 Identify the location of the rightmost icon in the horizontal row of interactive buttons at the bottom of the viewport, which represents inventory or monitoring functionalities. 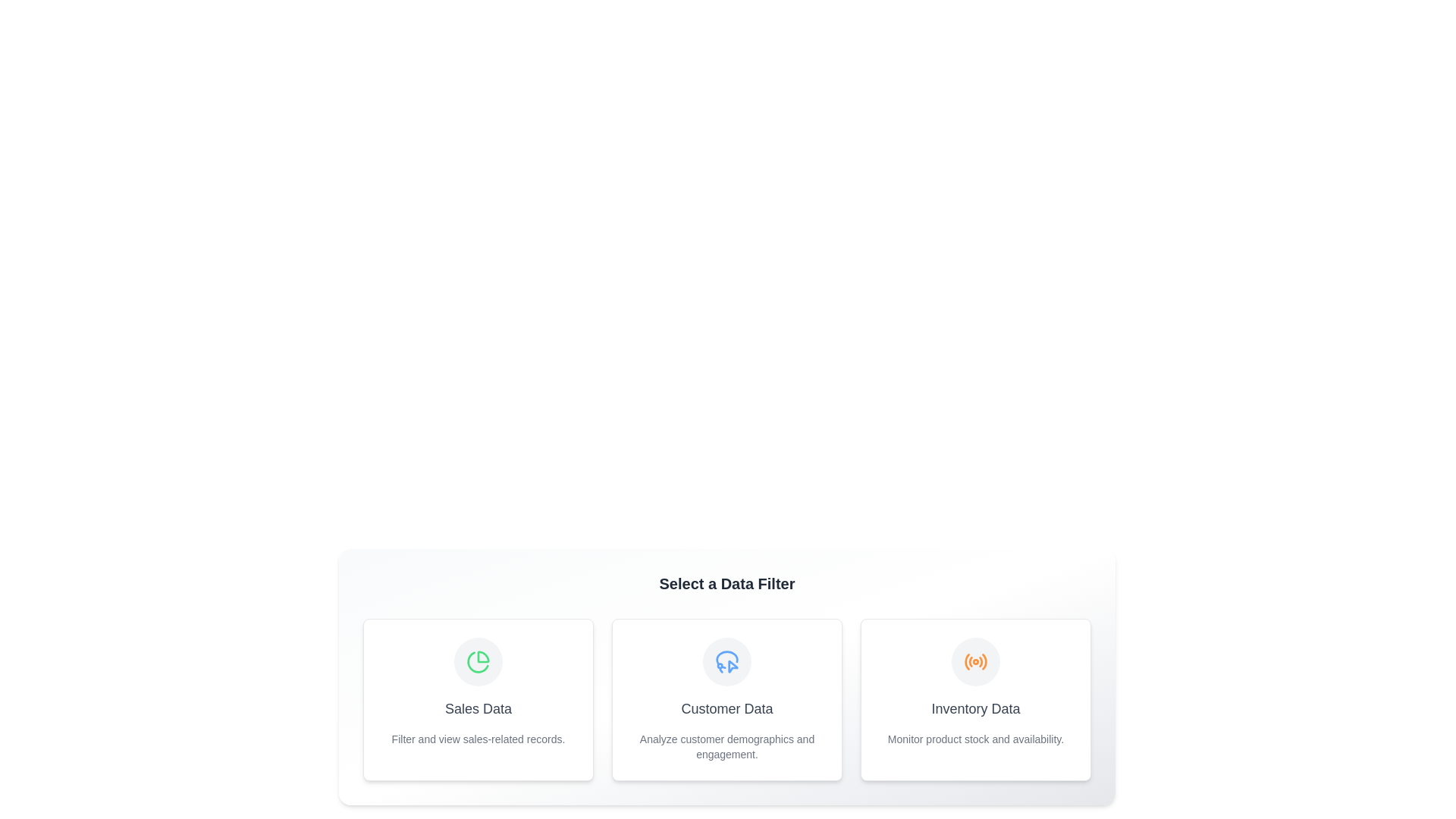
(975, 661).